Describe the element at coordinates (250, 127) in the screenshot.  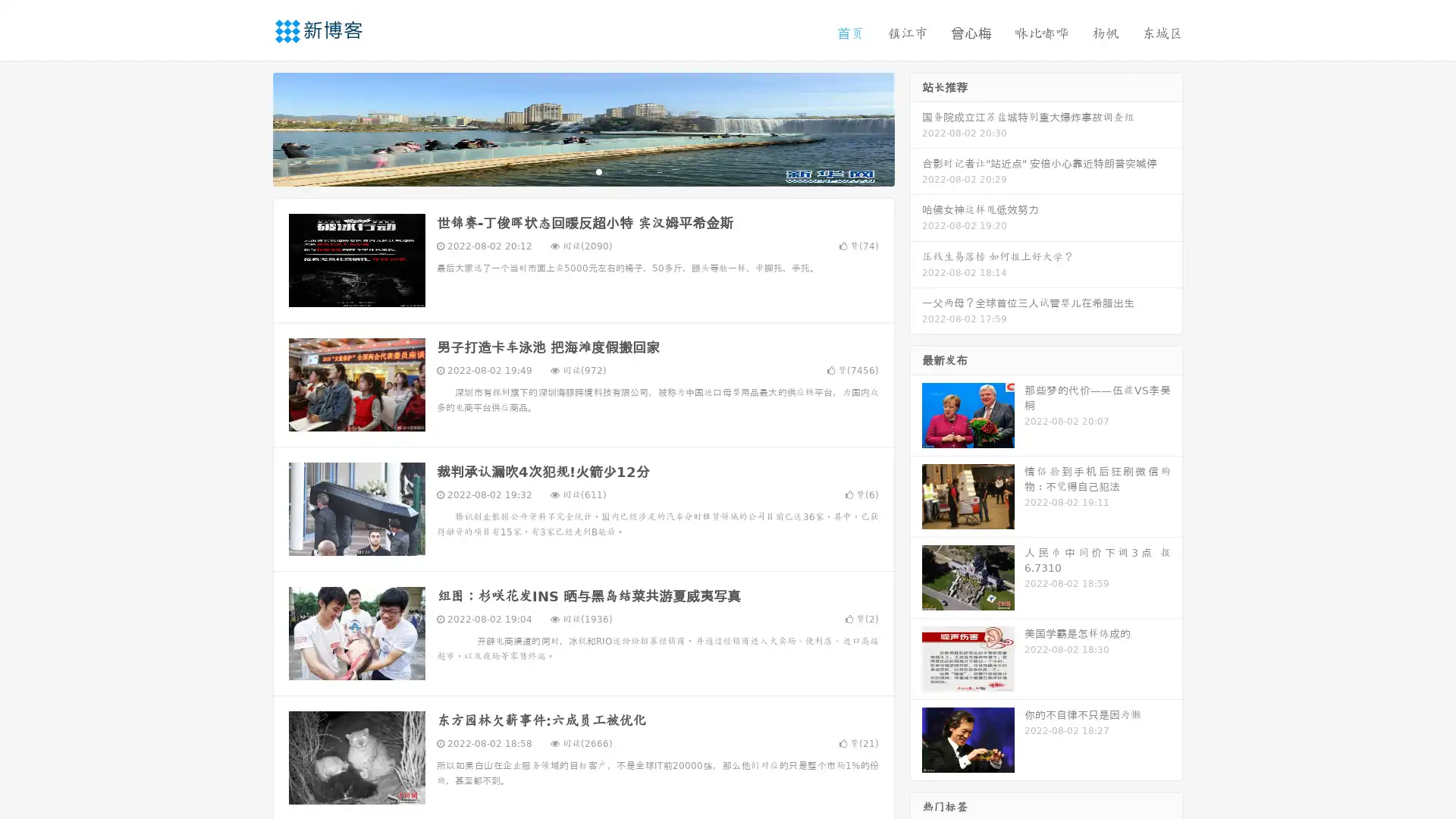
I see `Previous slide` at that location.